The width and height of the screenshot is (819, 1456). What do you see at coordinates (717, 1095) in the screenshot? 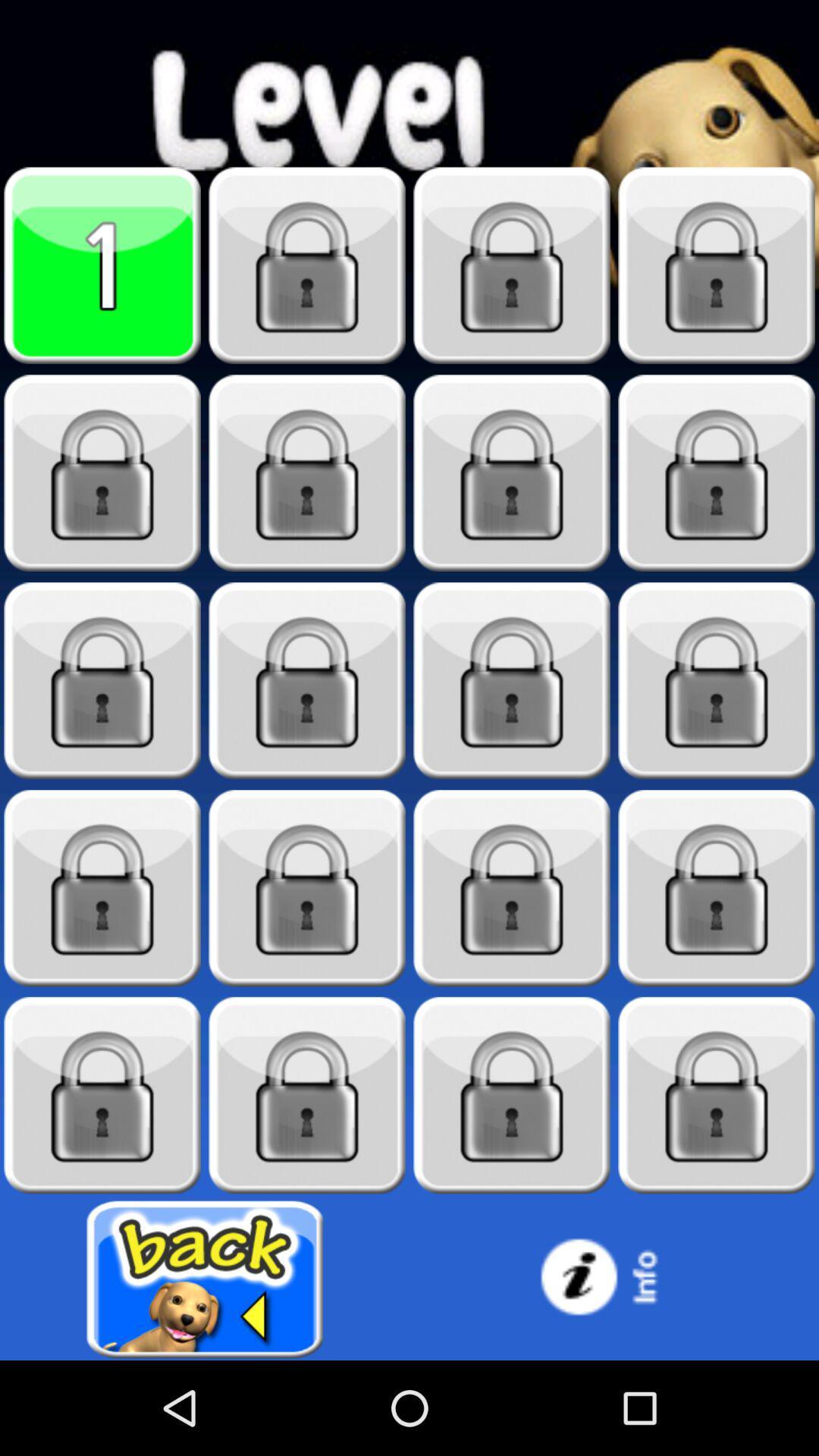
I see `level 20 locked` at bounding box center [717, 1095].